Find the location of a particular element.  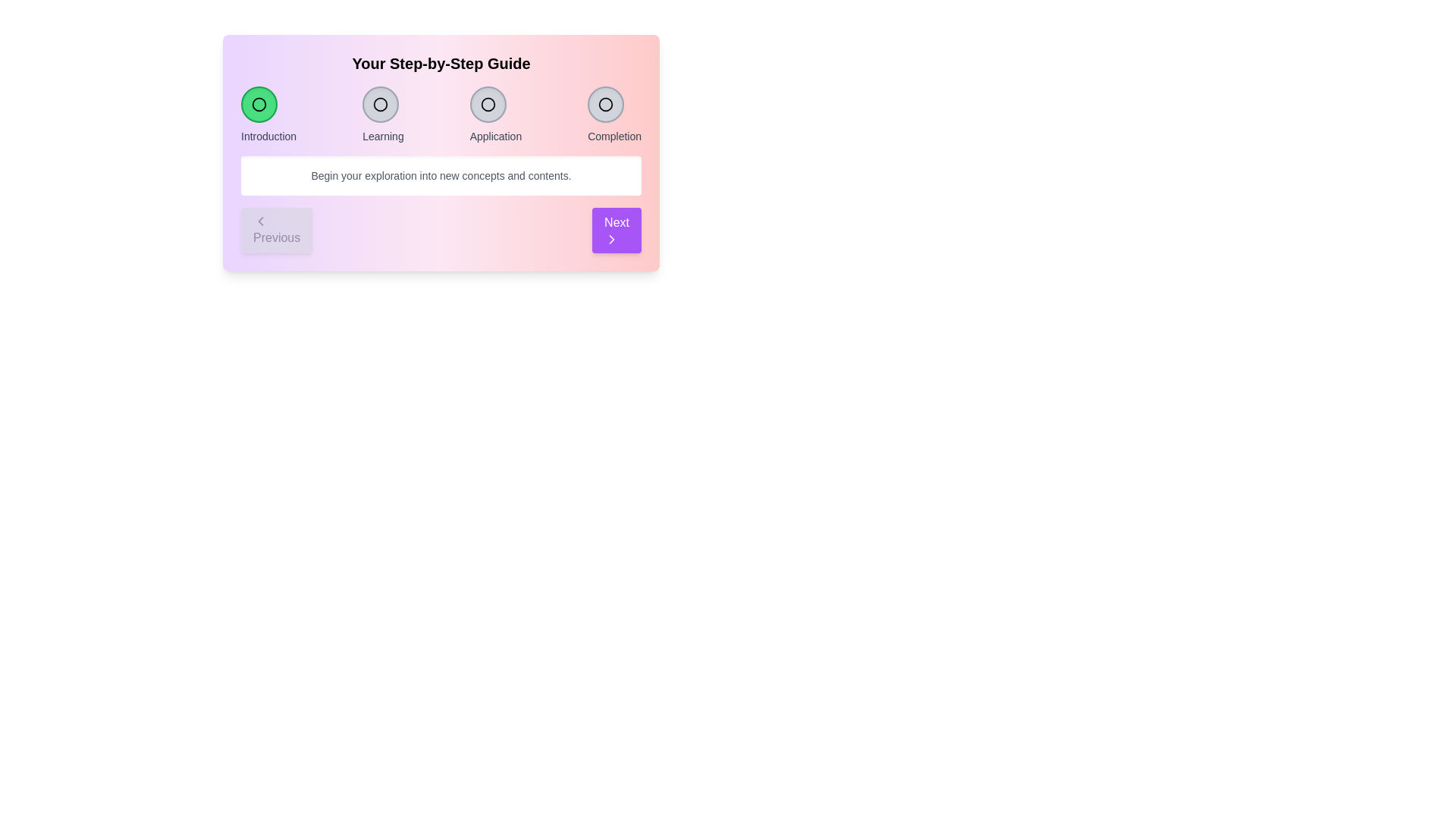

the first step indicator in the multi-step process flow, which is located above the 'Introduction' label is located at coordinates (259, 104).